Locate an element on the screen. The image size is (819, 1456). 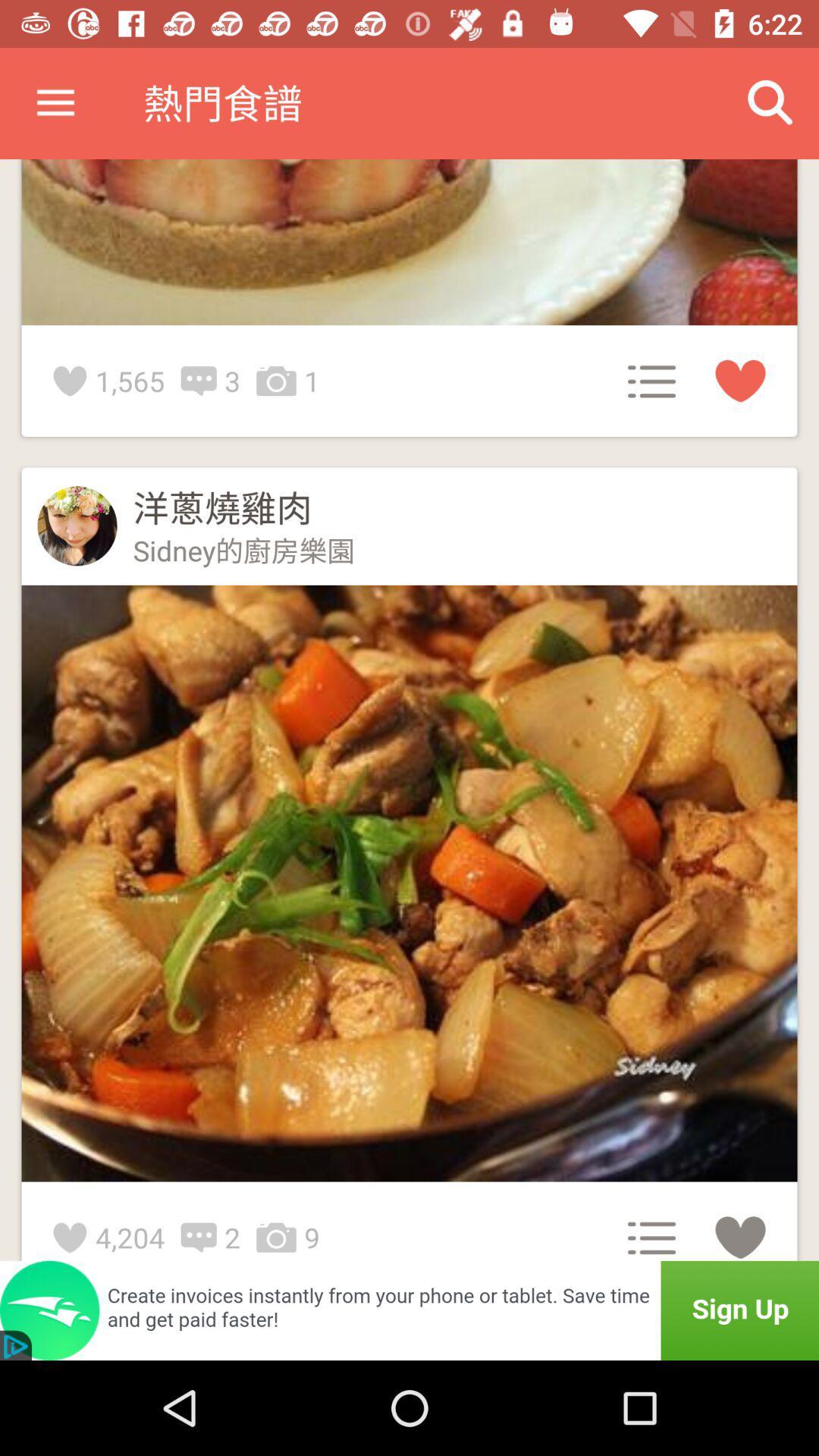
the menu button next to 1 is located at coordinates (651, 381).